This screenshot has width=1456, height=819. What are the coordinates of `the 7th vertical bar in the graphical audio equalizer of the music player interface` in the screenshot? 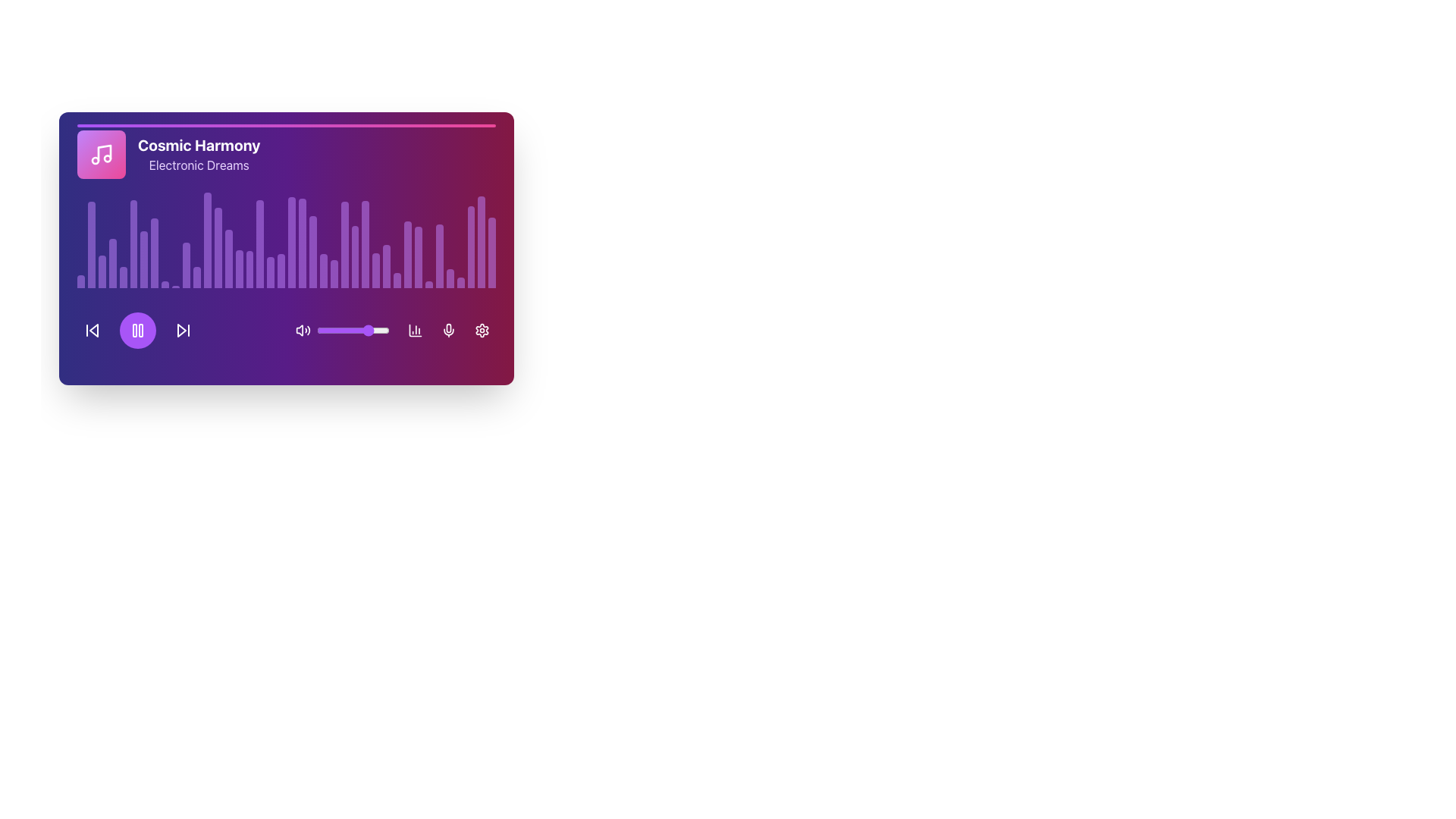 It's located at (144, 259).